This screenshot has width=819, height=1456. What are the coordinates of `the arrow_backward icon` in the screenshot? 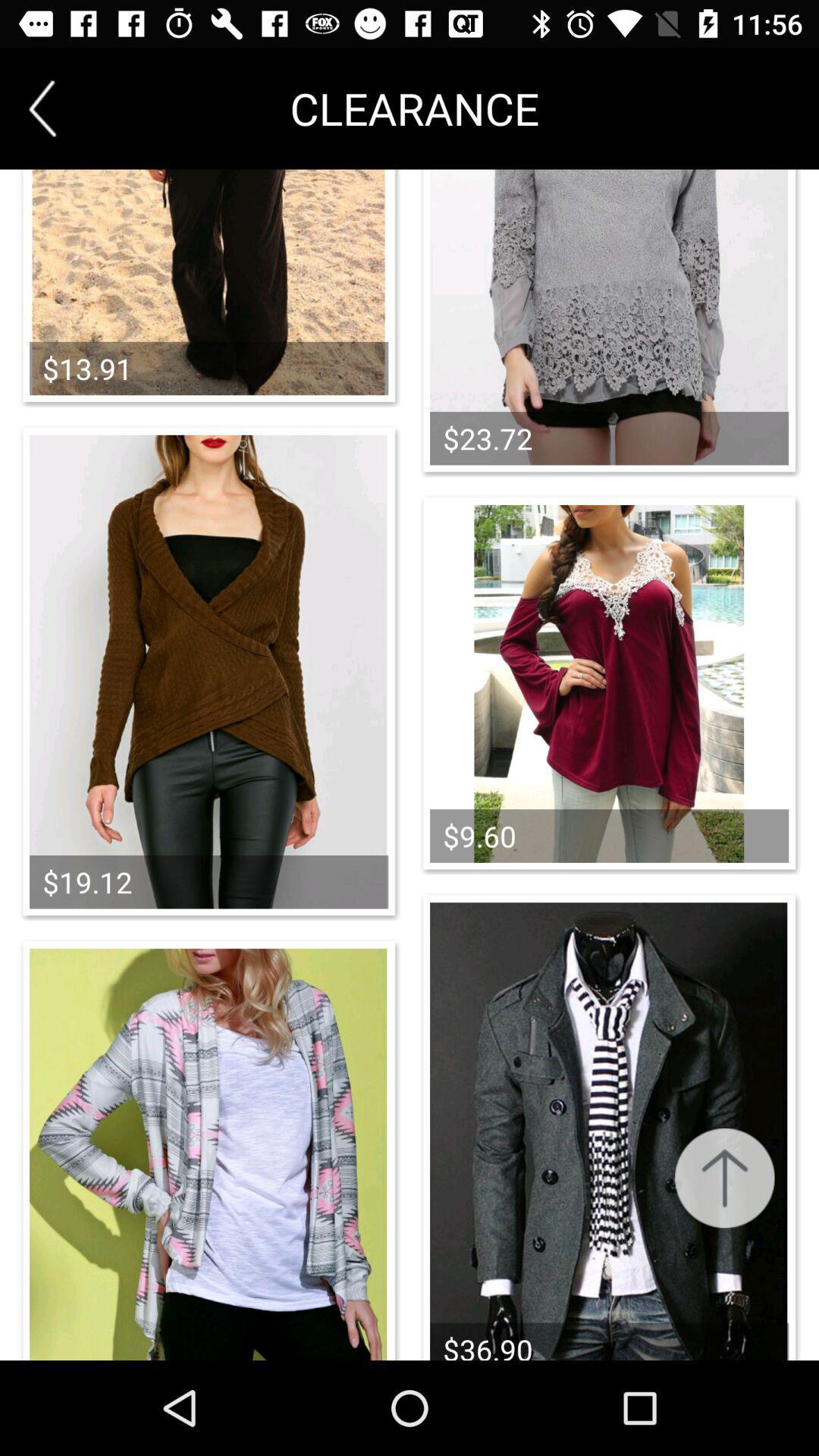 It's located at (42, 108).